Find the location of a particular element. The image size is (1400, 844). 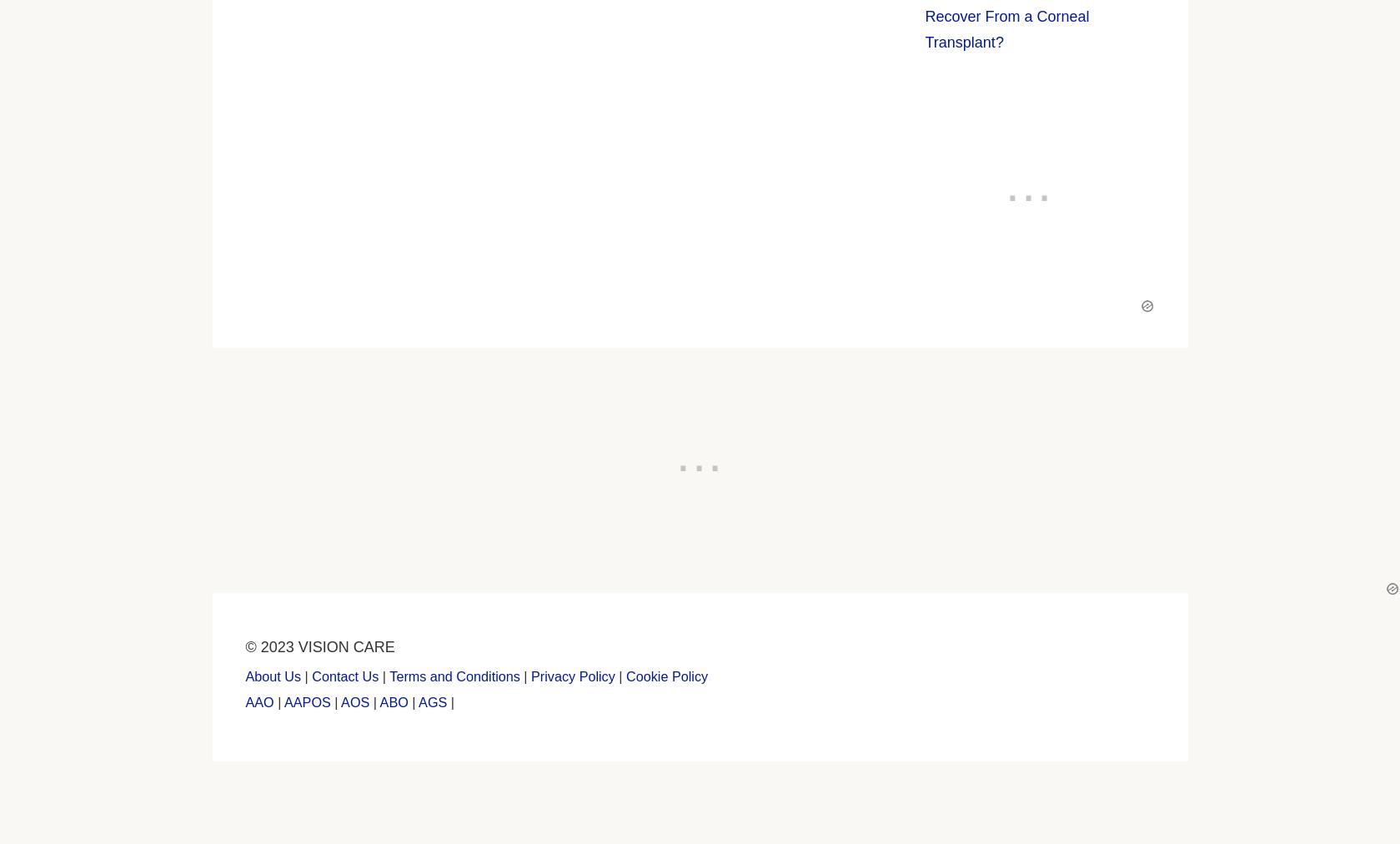

'AAO' is located at coordinates (258, 701).